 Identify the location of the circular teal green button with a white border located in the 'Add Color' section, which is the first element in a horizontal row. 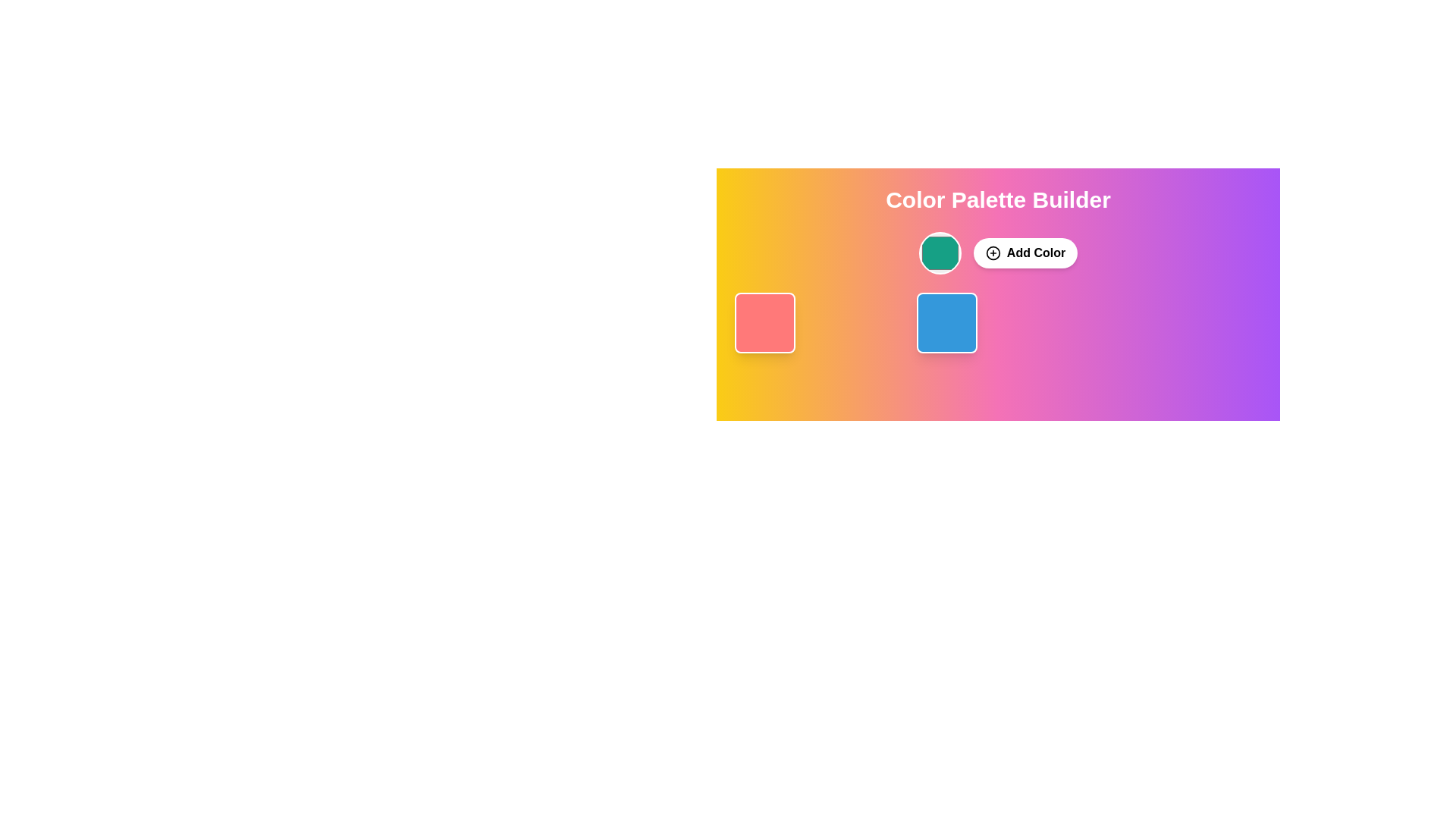
(939, 253).